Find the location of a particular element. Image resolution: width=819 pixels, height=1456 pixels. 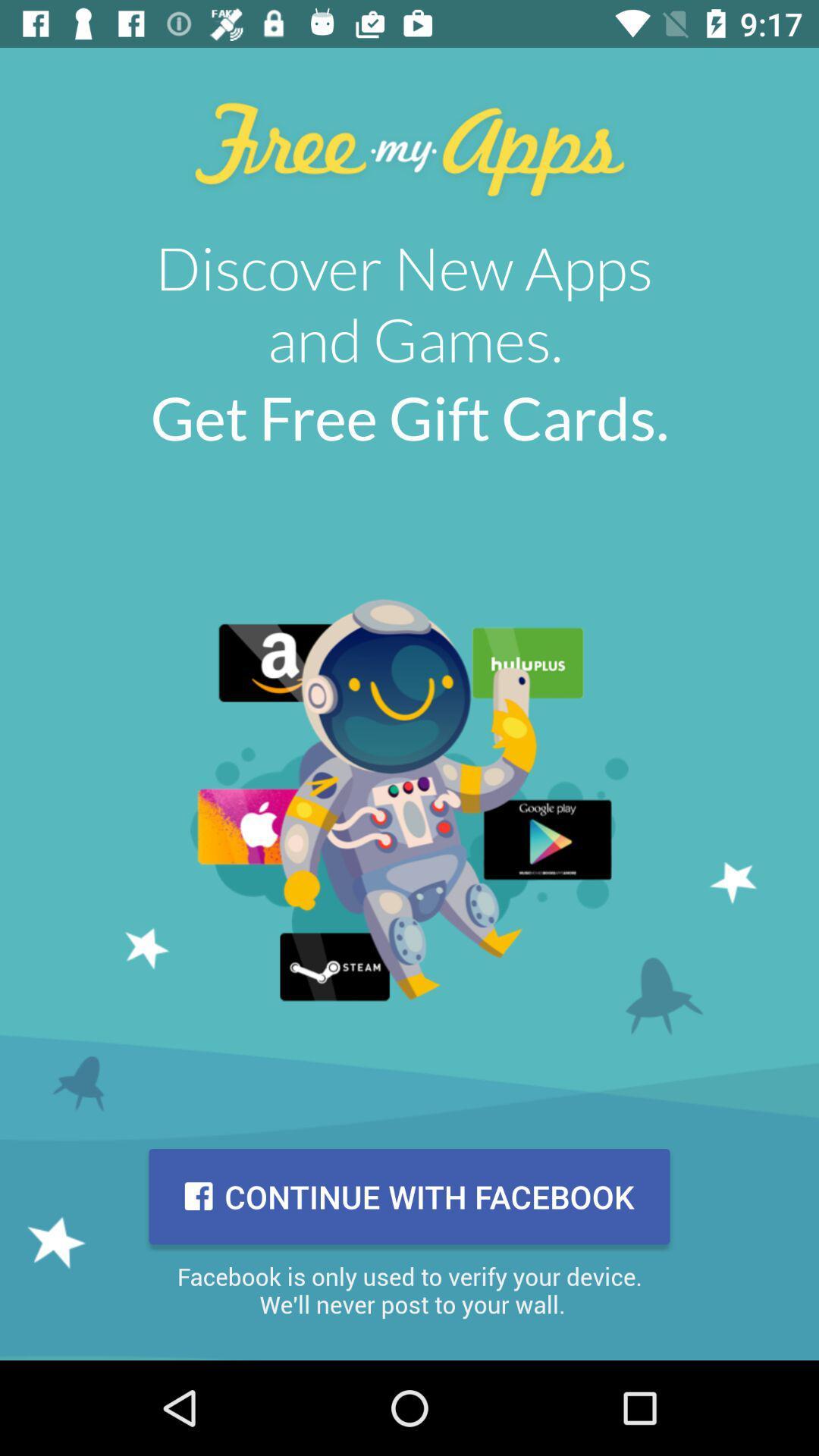

item above facebook is only item is located at coordinates (409, 1196).